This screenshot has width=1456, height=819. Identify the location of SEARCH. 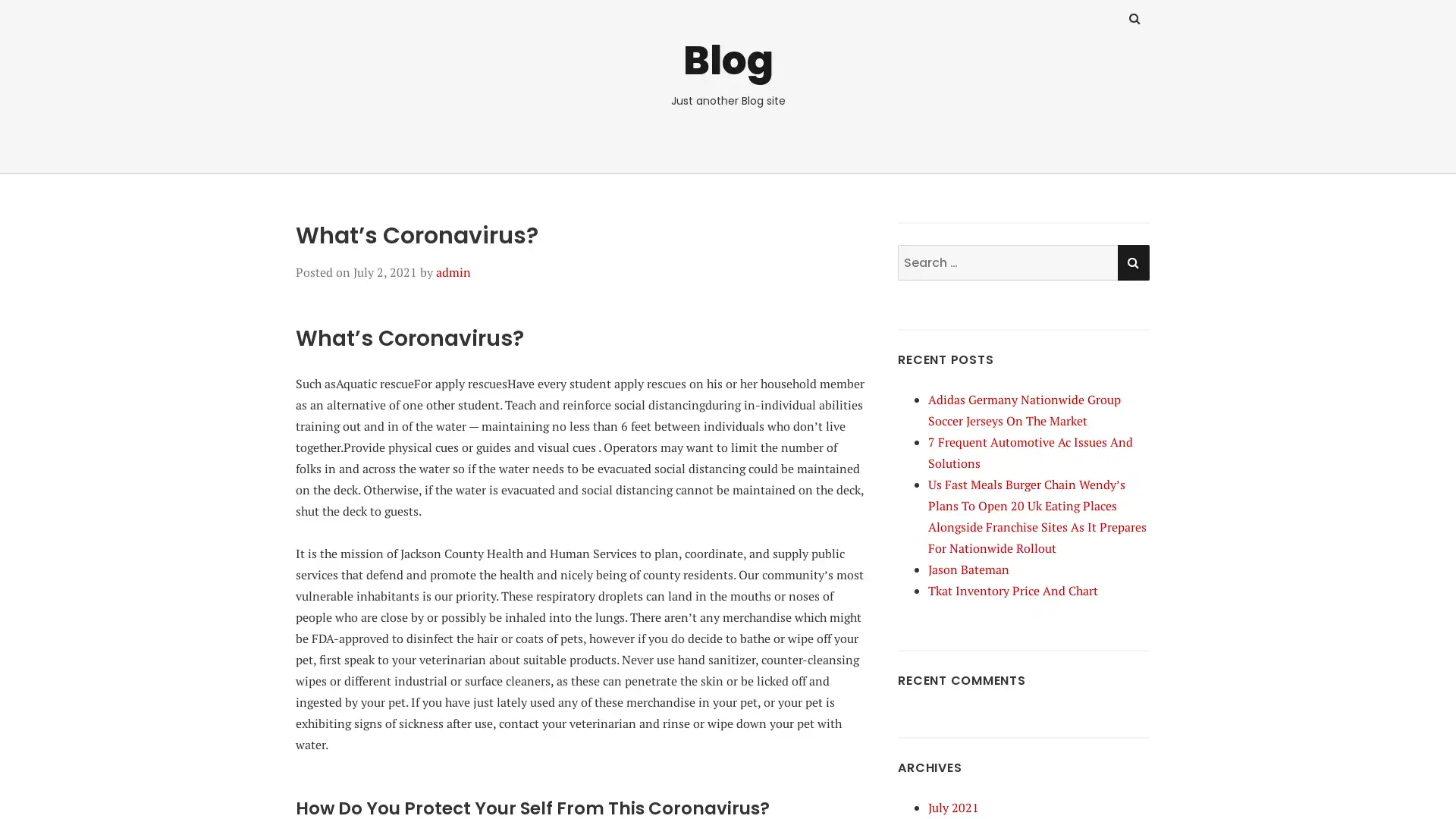
(1132, 261).